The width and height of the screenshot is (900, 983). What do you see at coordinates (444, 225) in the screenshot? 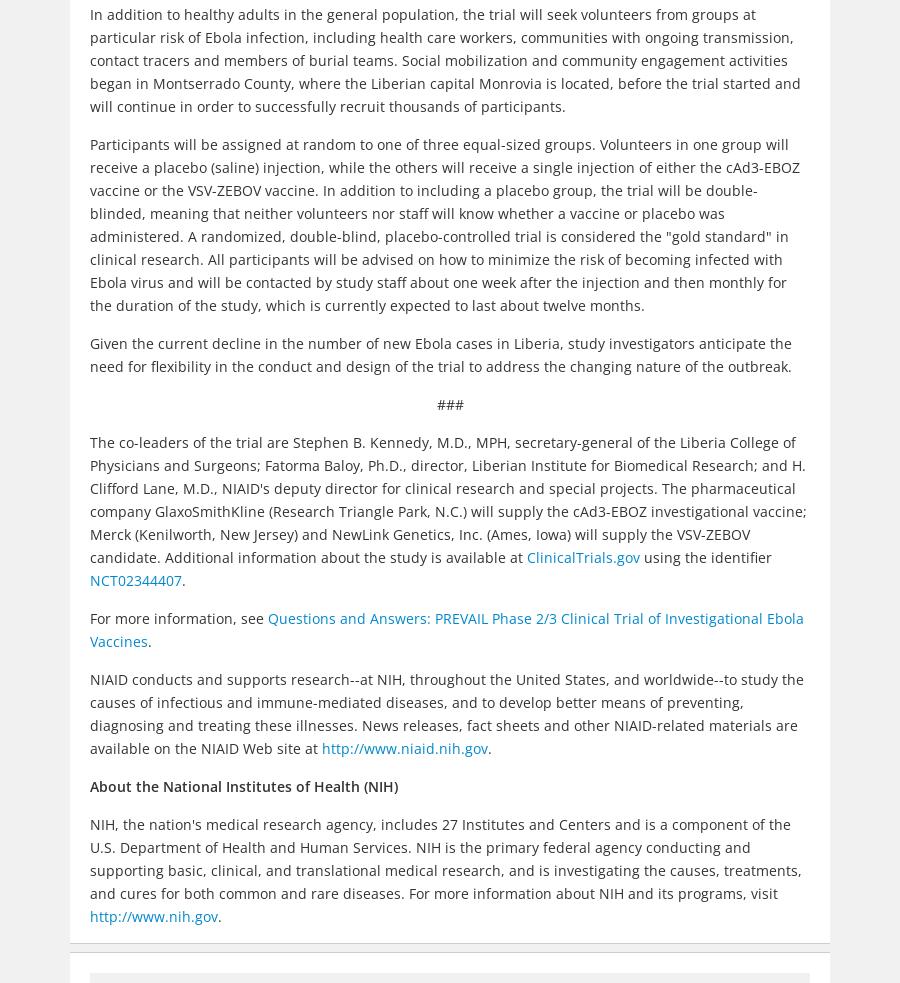
I see `'Participants will be assigned at random to one of three equal-sized groups. Volunteers in one group will receive a placebo (saline) injection, while the others will receive a single injection of either the cAd3-EBOZ vaccine or the VSV-ZEBOV vaccine. In addition to including a placebo group, the trial will be double-blinded, meaning that neither volunteers nor staff will know whether a vaccine or placebo was administered. A randomized, double-blind, placebo-controlled trial is considered the "gold standard" in clinical research. All participants will be advised on how to minimize the risk of becoming infected with Ebola virus and will be contacted by study staff about one week after the injection and then monthly for the duration of the study, which is currently expected to last about twelve months.'` at bounding box center [444, 225].